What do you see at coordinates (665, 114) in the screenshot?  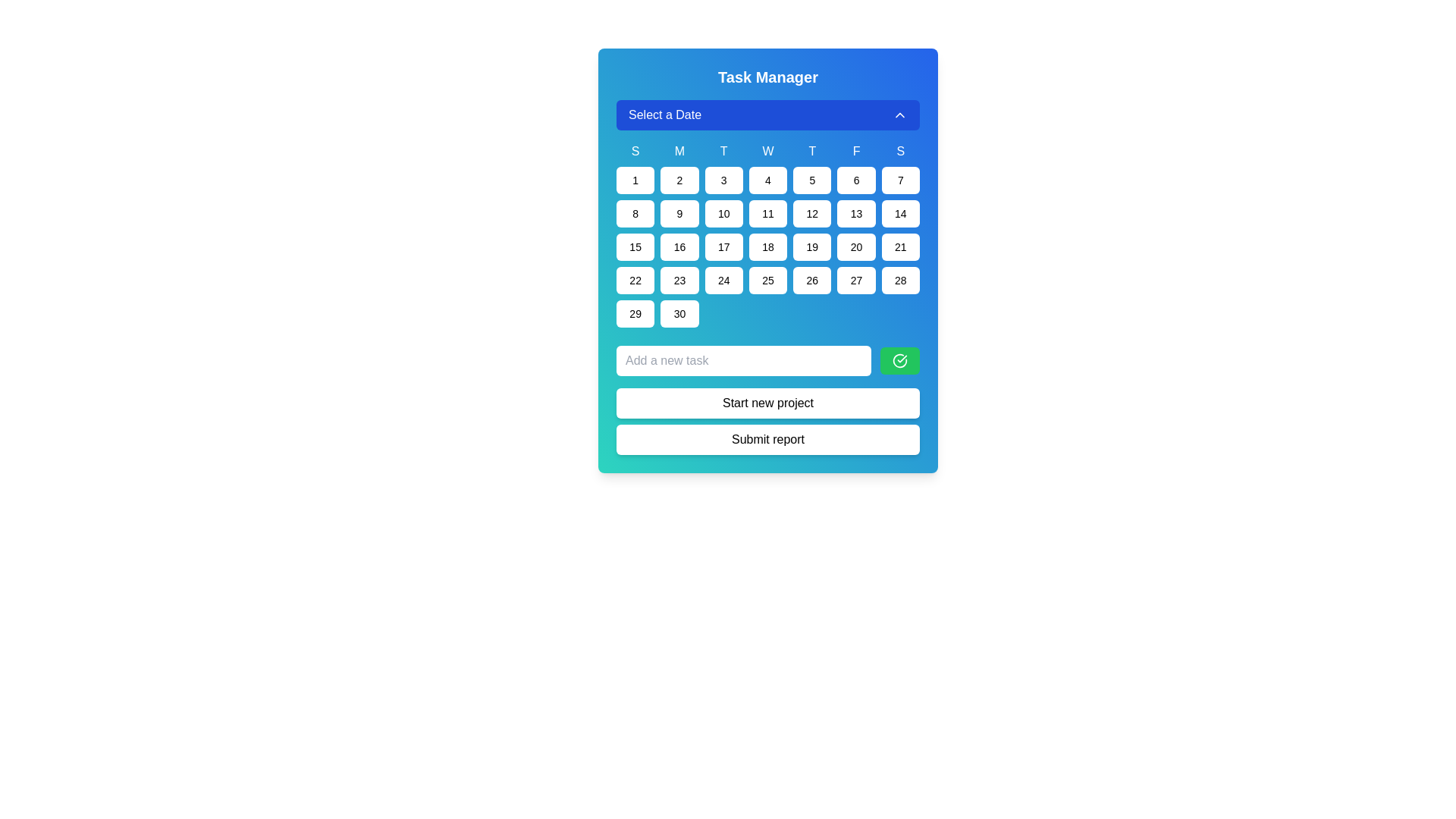 I see `the text label within the dropdown button on the 'Task Manager' interface, which is positioned to the left of the dropdown arrow icon` at bounding box center [665, 114].